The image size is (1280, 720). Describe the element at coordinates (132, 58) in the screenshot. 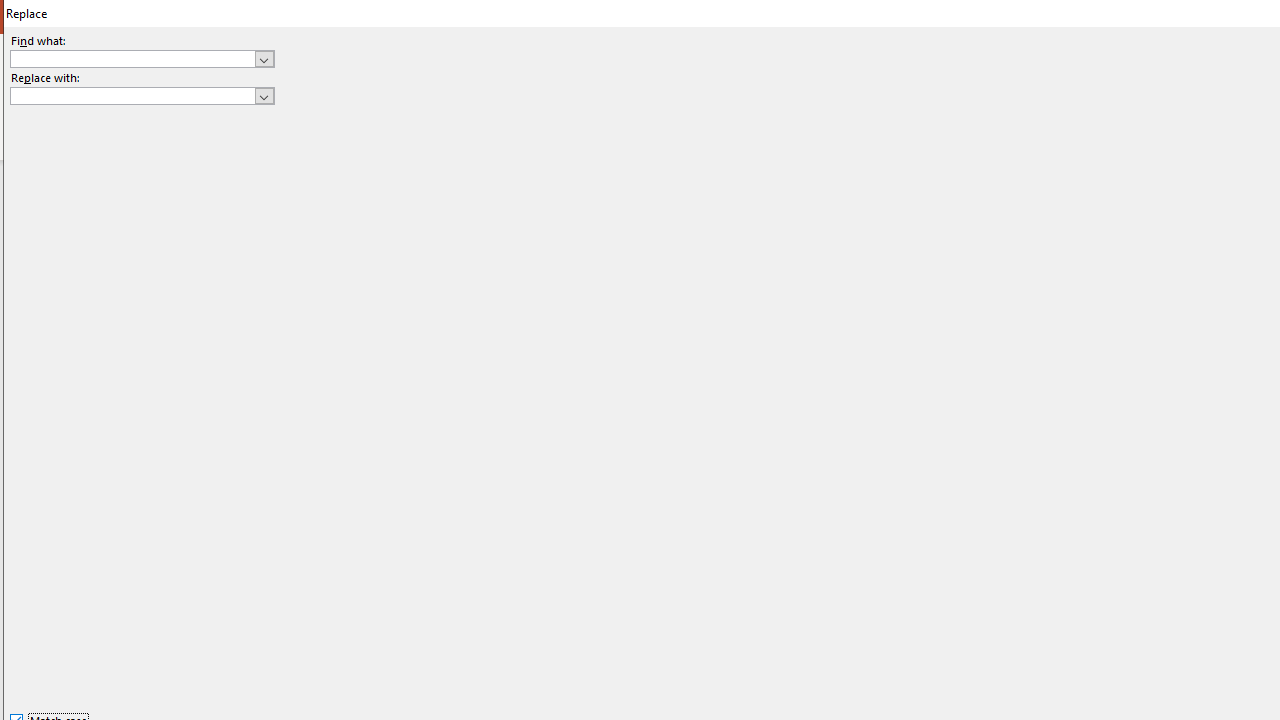

I see `'Find what'` at that location.